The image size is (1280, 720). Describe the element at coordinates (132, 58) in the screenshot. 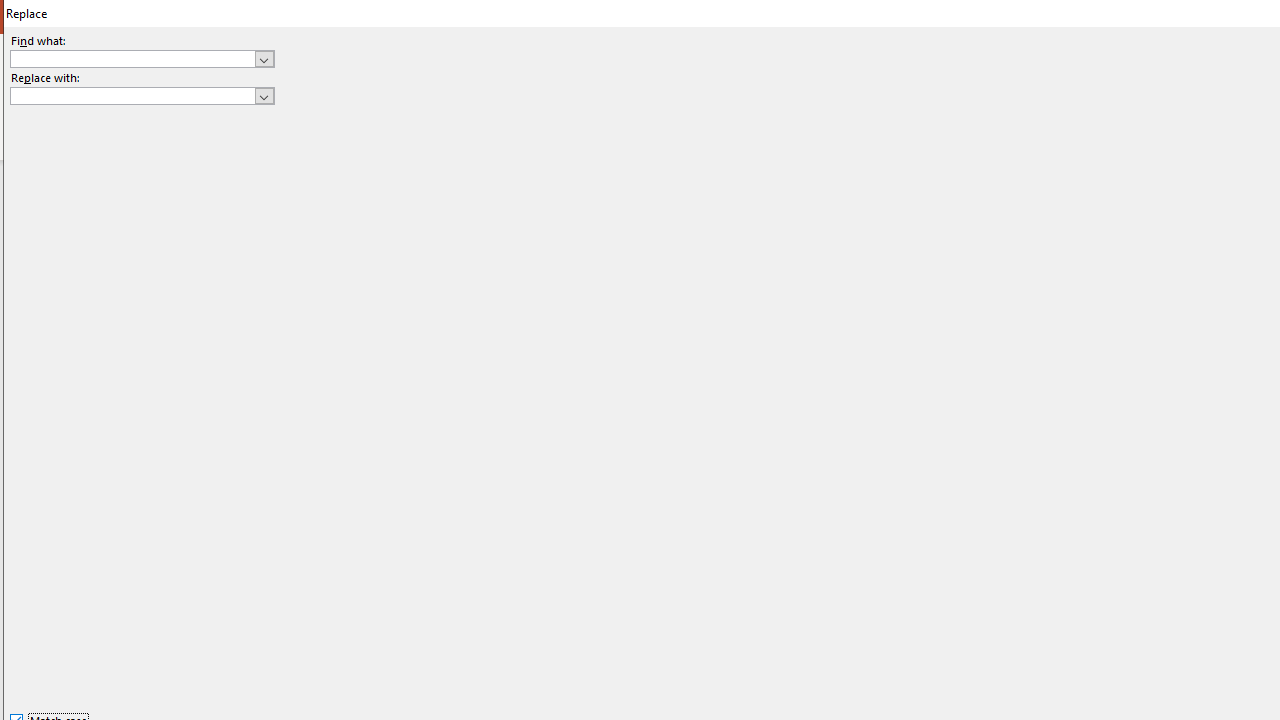

I see `'Find what'` at that location.